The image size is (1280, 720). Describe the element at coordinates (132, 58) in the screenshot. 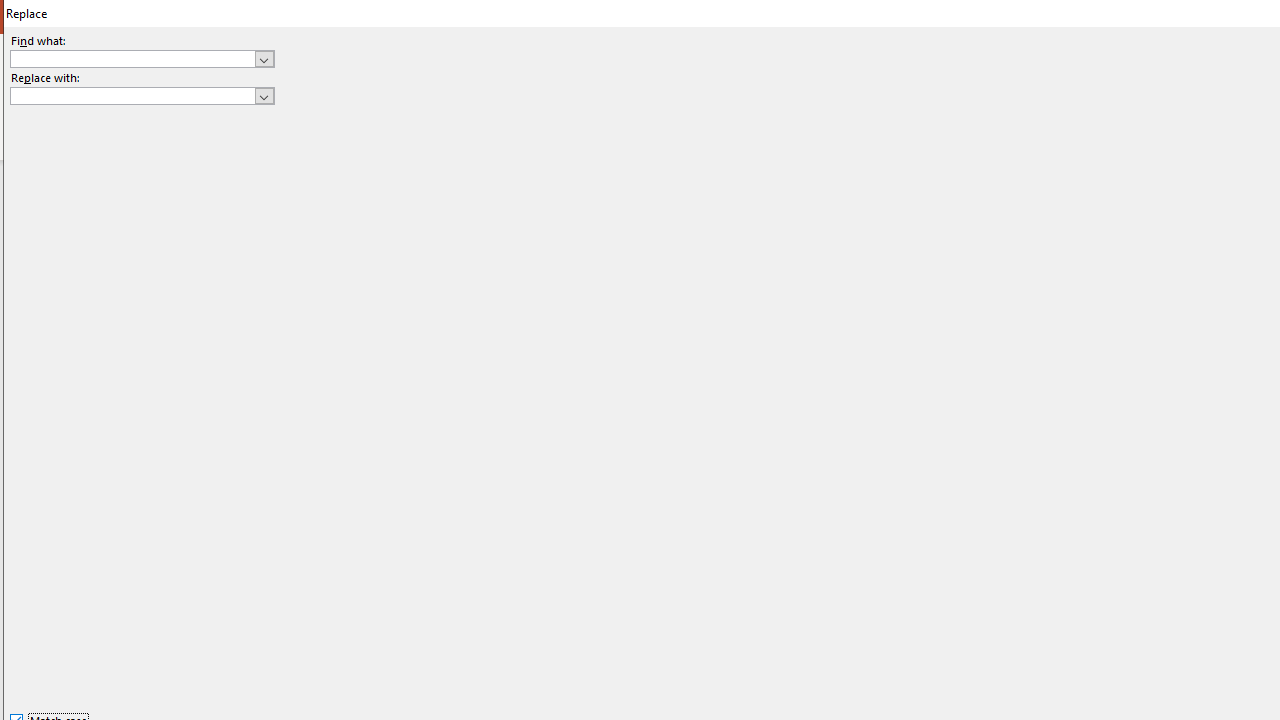

I see `'Find what'` at that location.